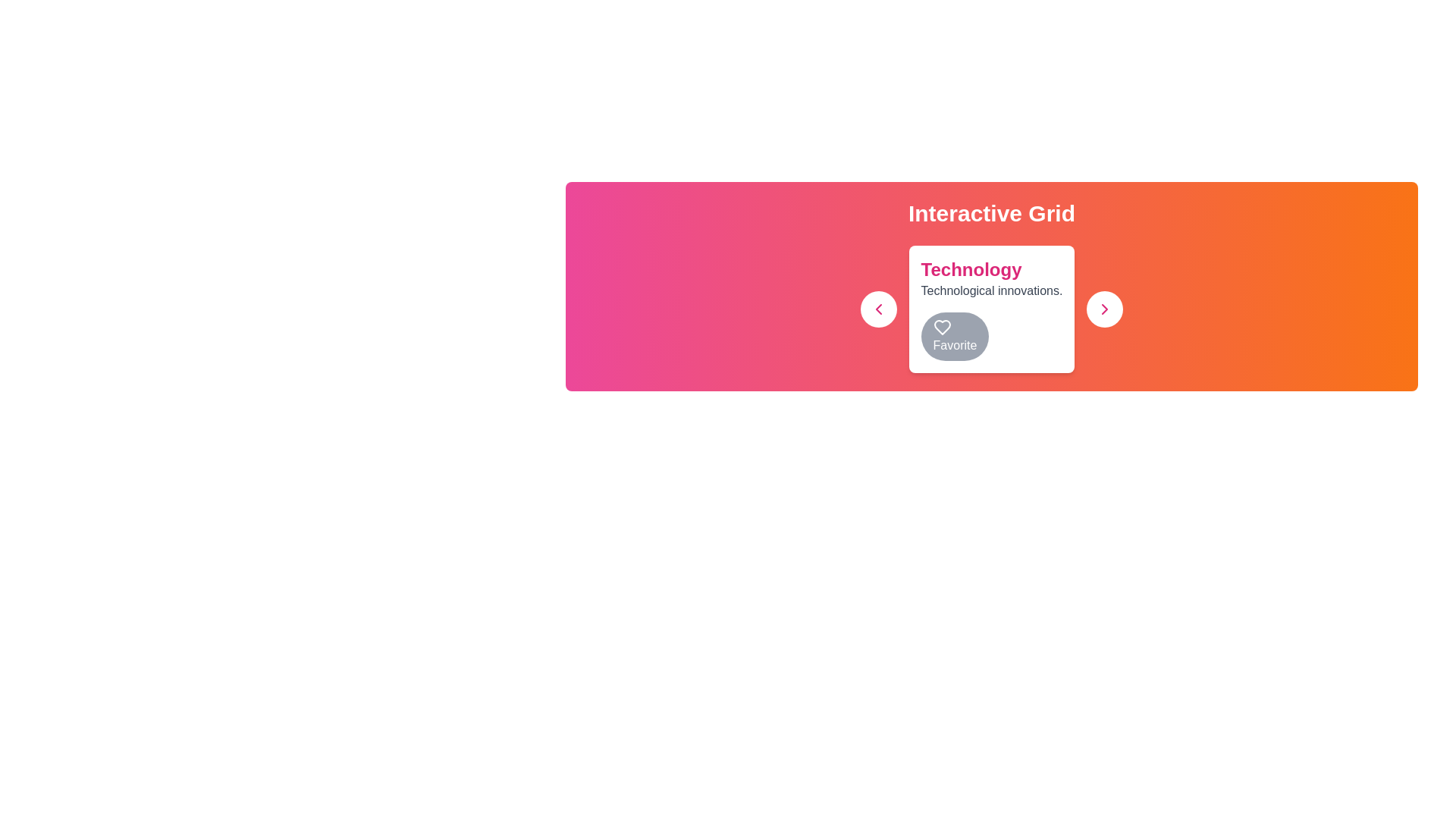  I want to click on the descriptive text element that emphasizes technological advancements, located centrally within the card widget, below the 'Technology' text and above the 'Favorite' button, so click(991, 291).